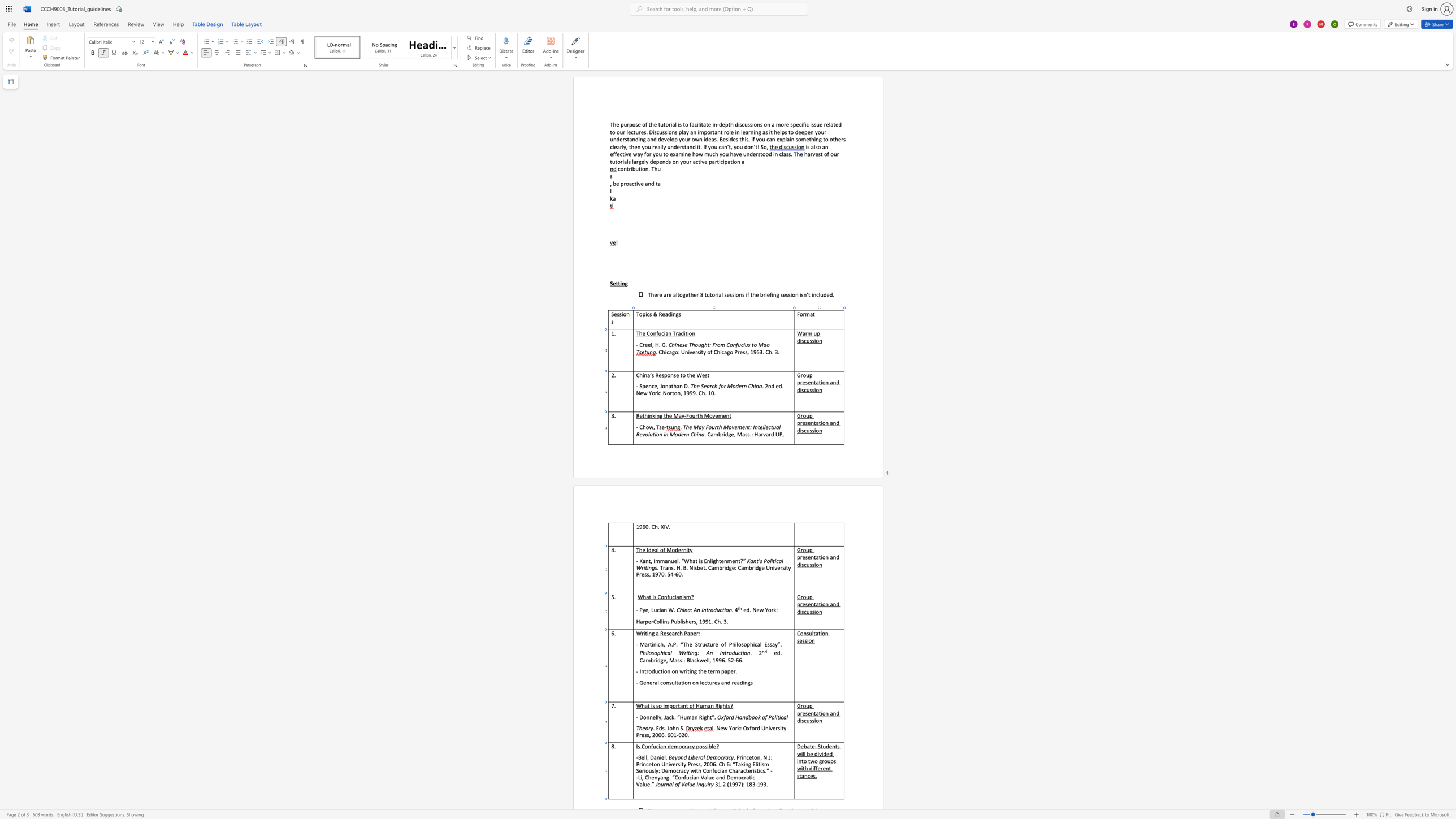  I want to click on the space between the continuous character "o" and "u" in the text, so click(660, 784).